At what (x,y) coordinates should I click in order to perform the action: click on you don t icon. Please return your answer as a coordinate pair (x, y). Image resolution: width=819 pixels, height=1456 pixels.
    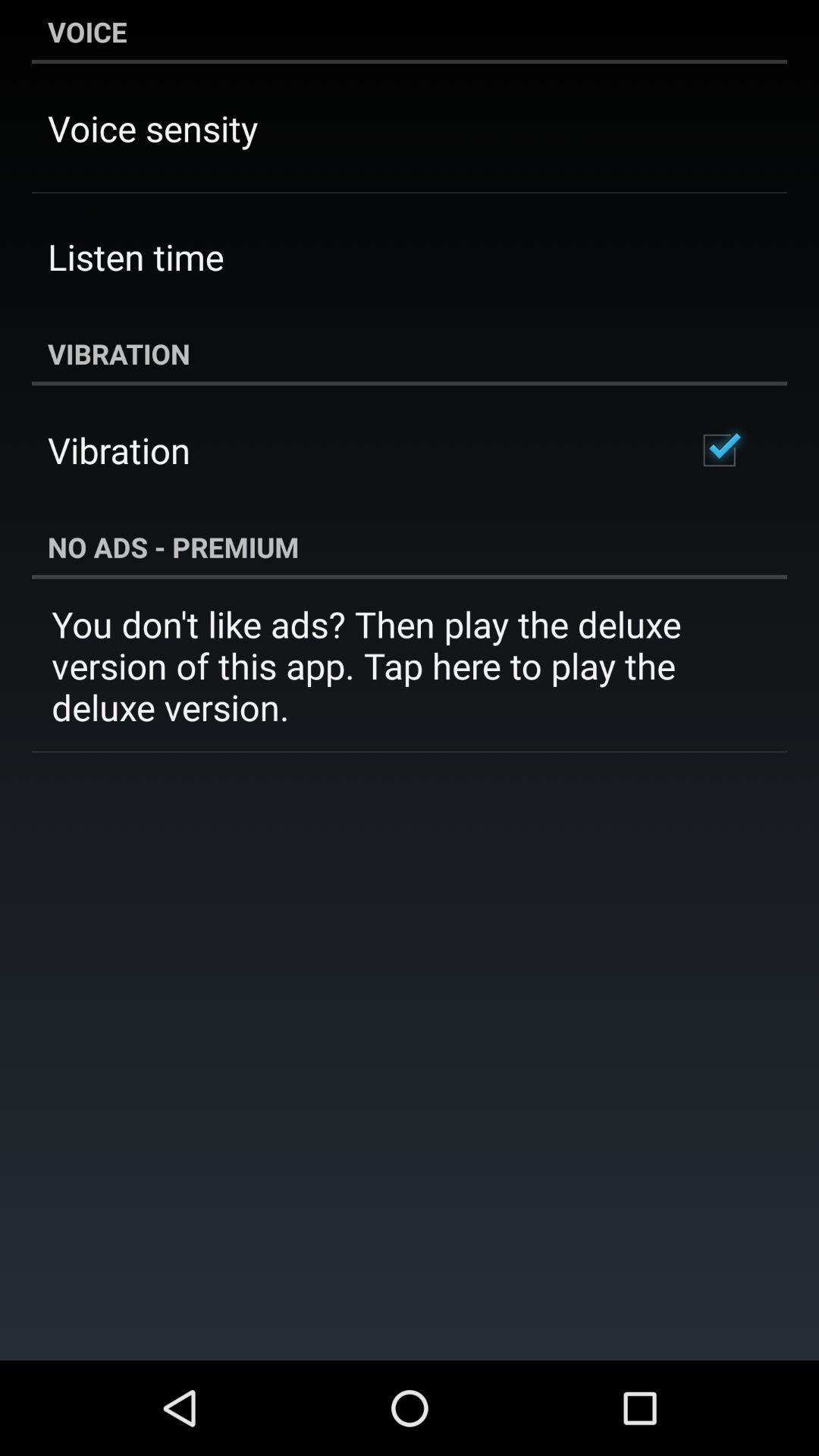
    Looking at the image, I should click on (409, 665).